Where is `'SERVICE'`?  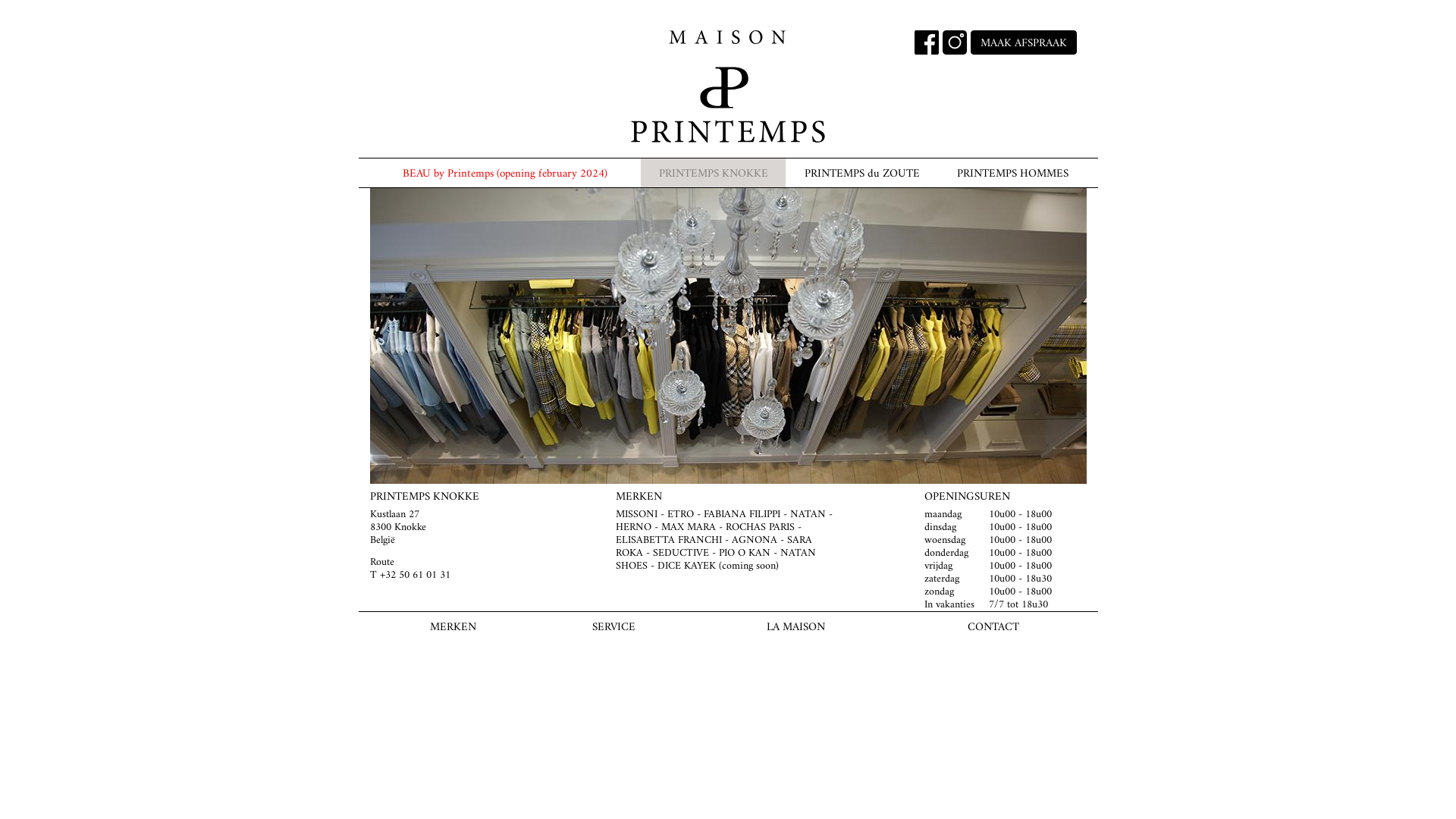 'SERVICE' is located at coordinates (535, 626).